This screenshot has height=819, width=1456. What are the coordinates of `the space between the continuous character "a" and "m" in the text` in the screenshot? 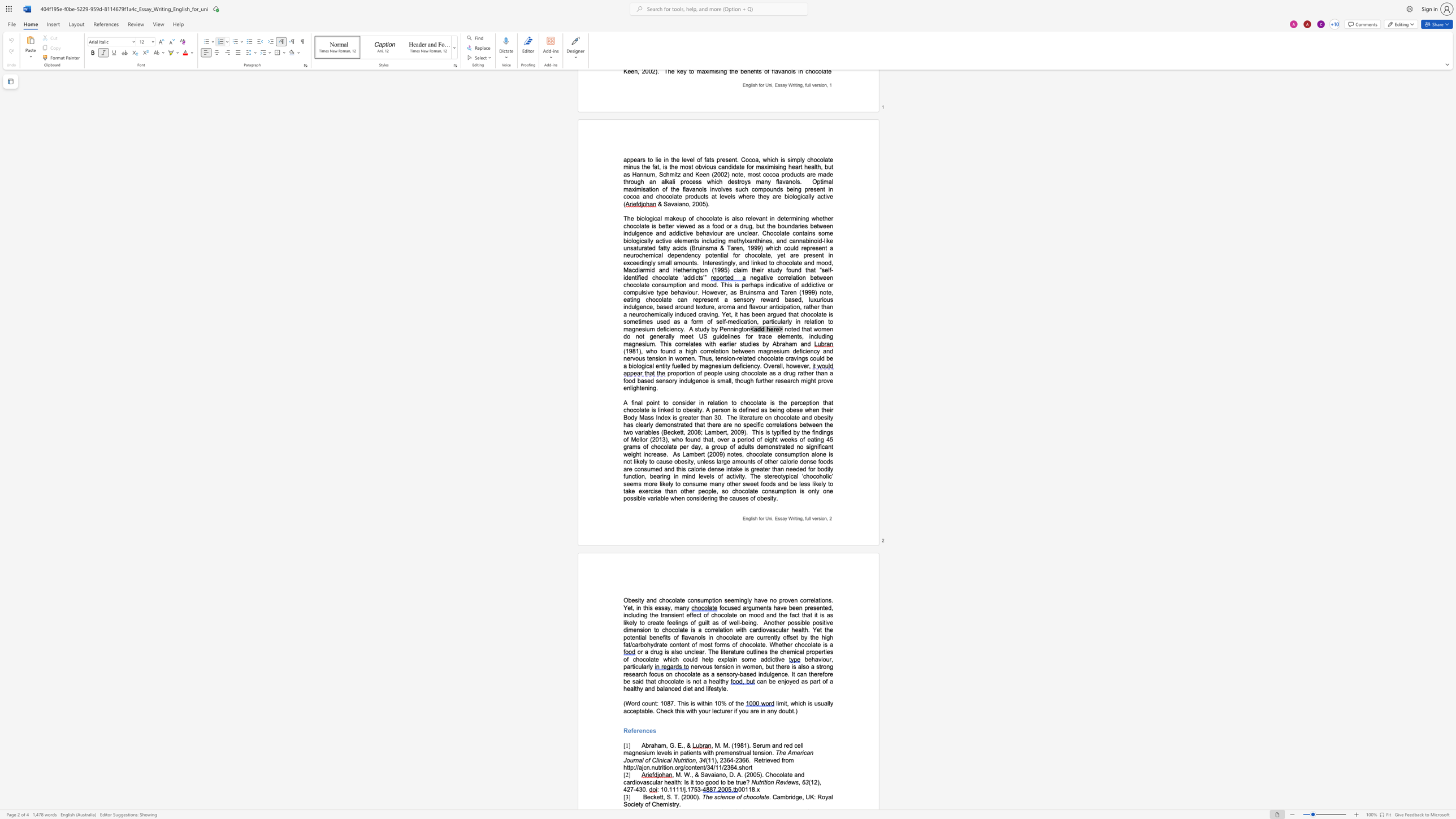 It's located at (780, 796).